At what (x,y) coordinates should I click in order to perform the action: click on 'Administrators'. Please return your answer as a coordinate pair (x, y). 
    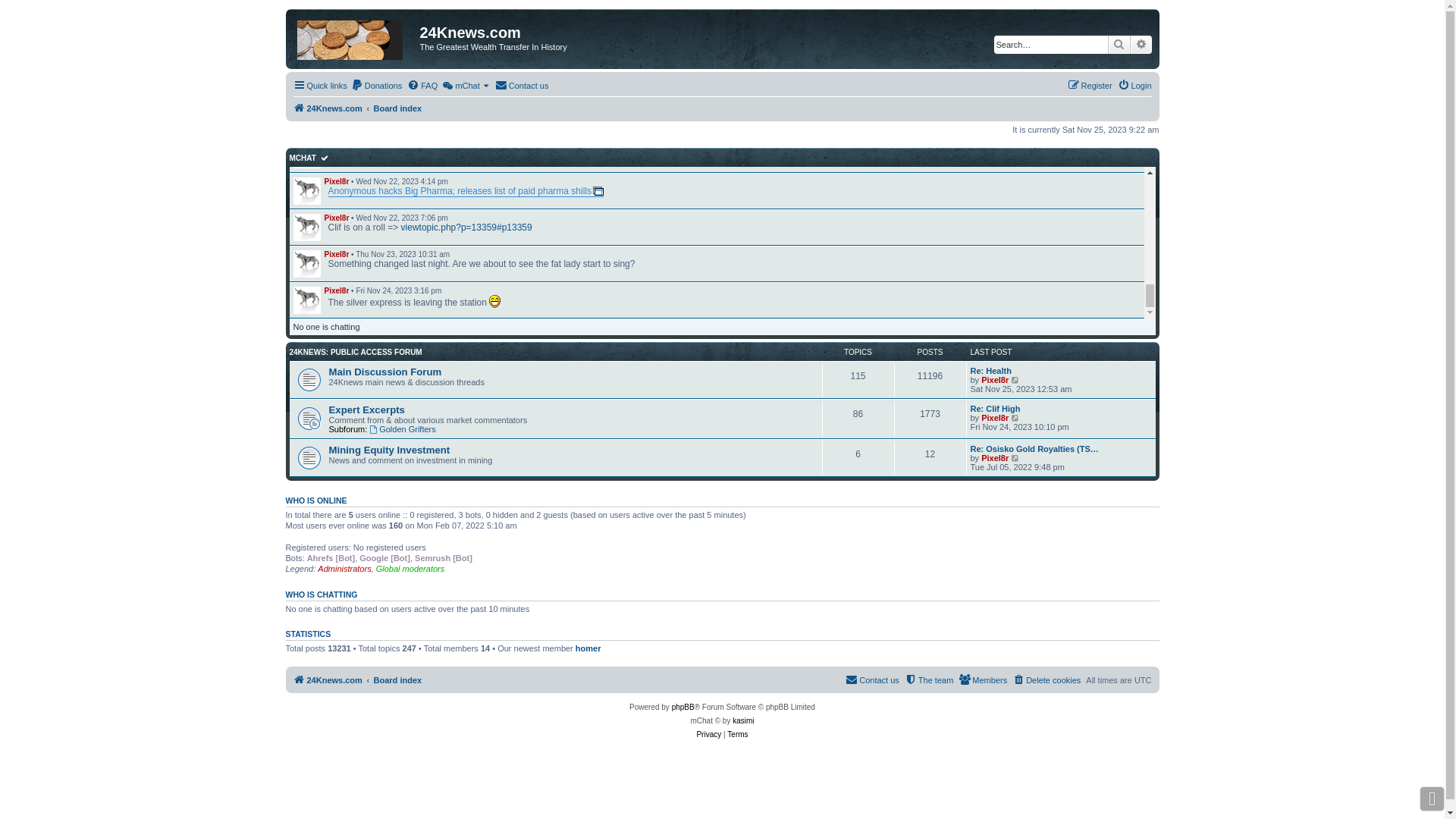
    Looking at the image, I should click on (316, 568).